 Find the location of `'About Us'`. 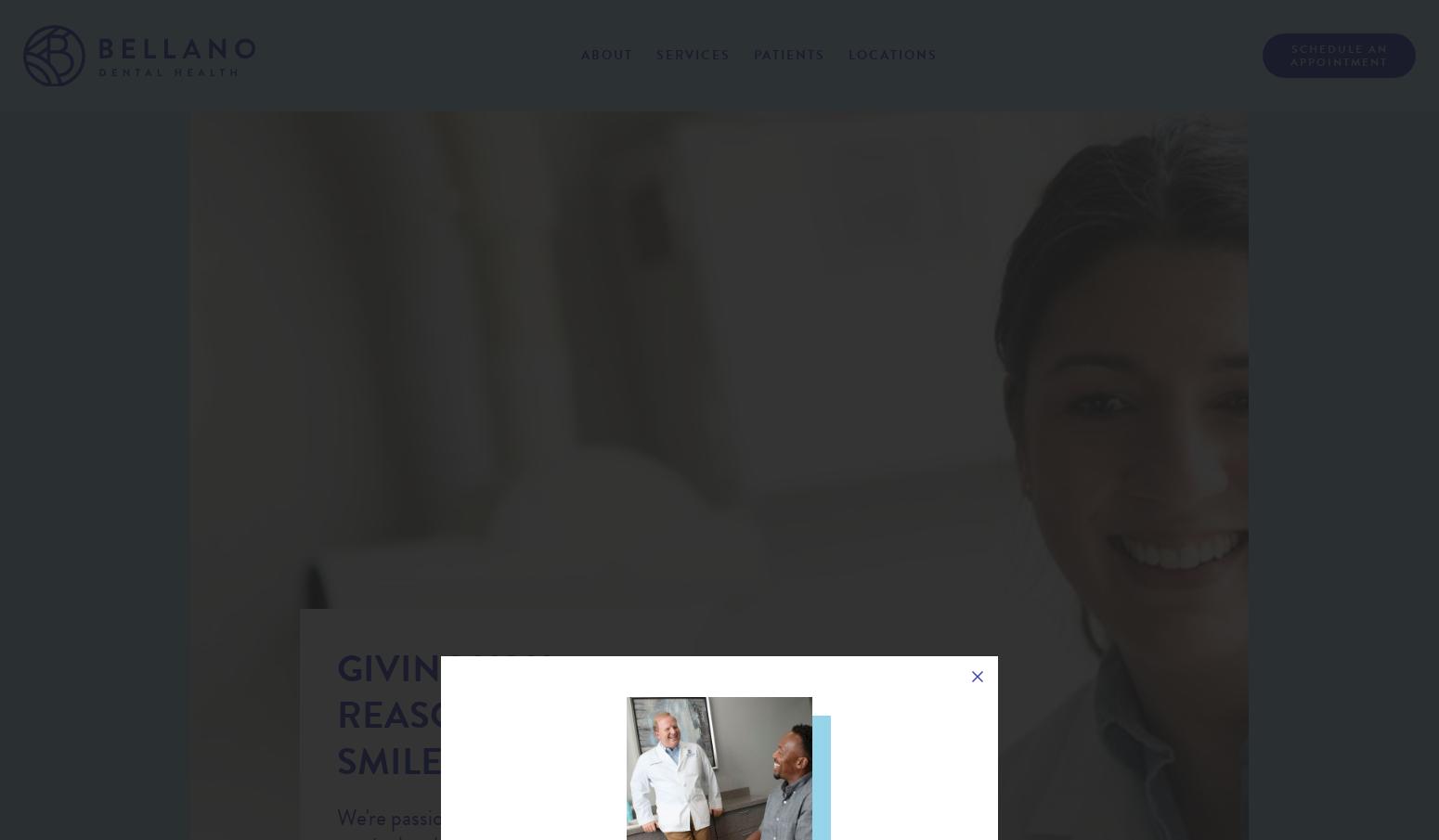

'About Us' is located at coordinates (640, 86).